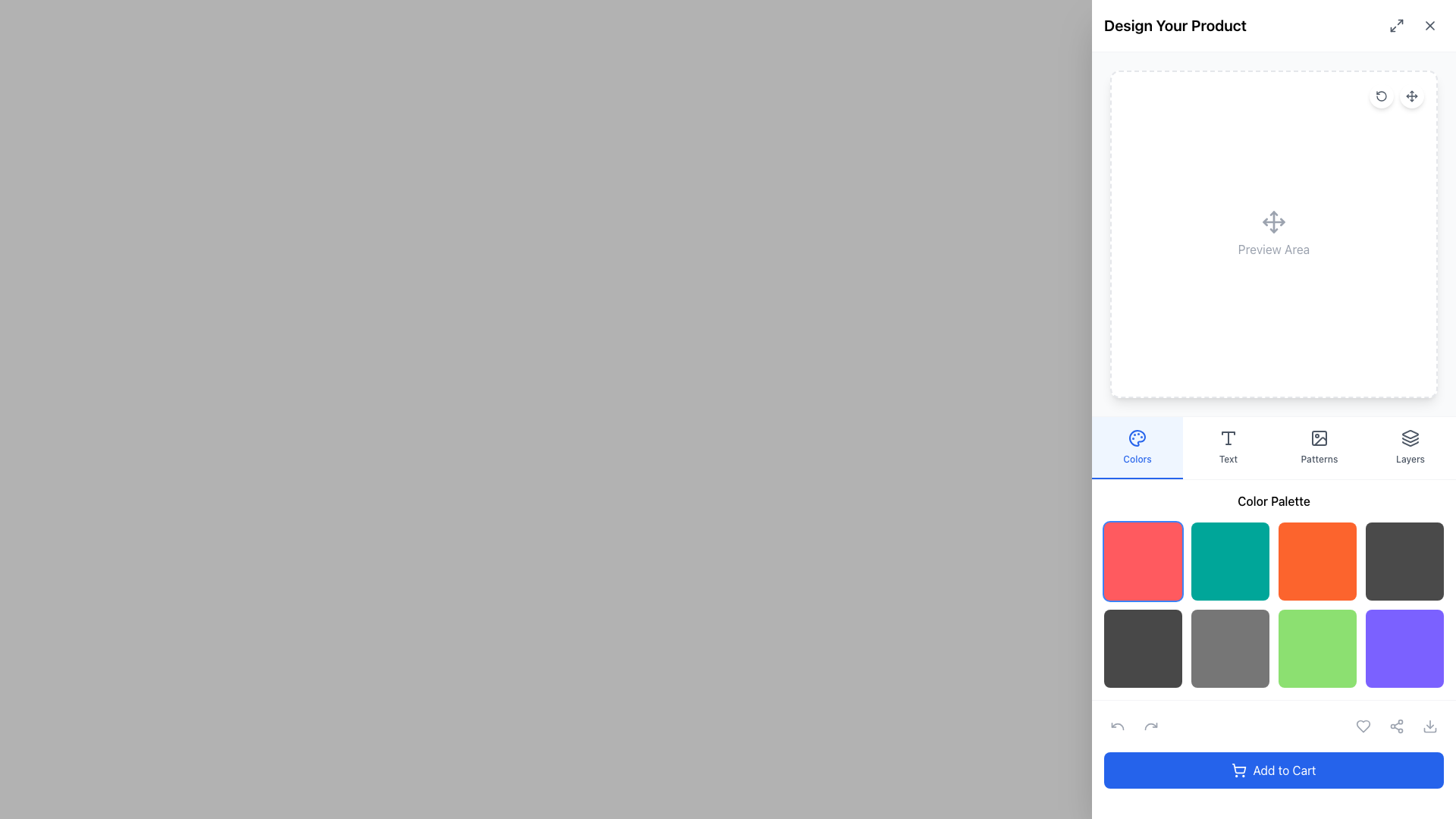 Image resolution: width=1456 pixels, height=819 pixels. What do you see at coordinates (1117, 725) in the screenshot?
I see `the undo button, which is the first icon in a horizontal layout located below the color palette area on the leftmost side` at bounding box center [1117, 725].